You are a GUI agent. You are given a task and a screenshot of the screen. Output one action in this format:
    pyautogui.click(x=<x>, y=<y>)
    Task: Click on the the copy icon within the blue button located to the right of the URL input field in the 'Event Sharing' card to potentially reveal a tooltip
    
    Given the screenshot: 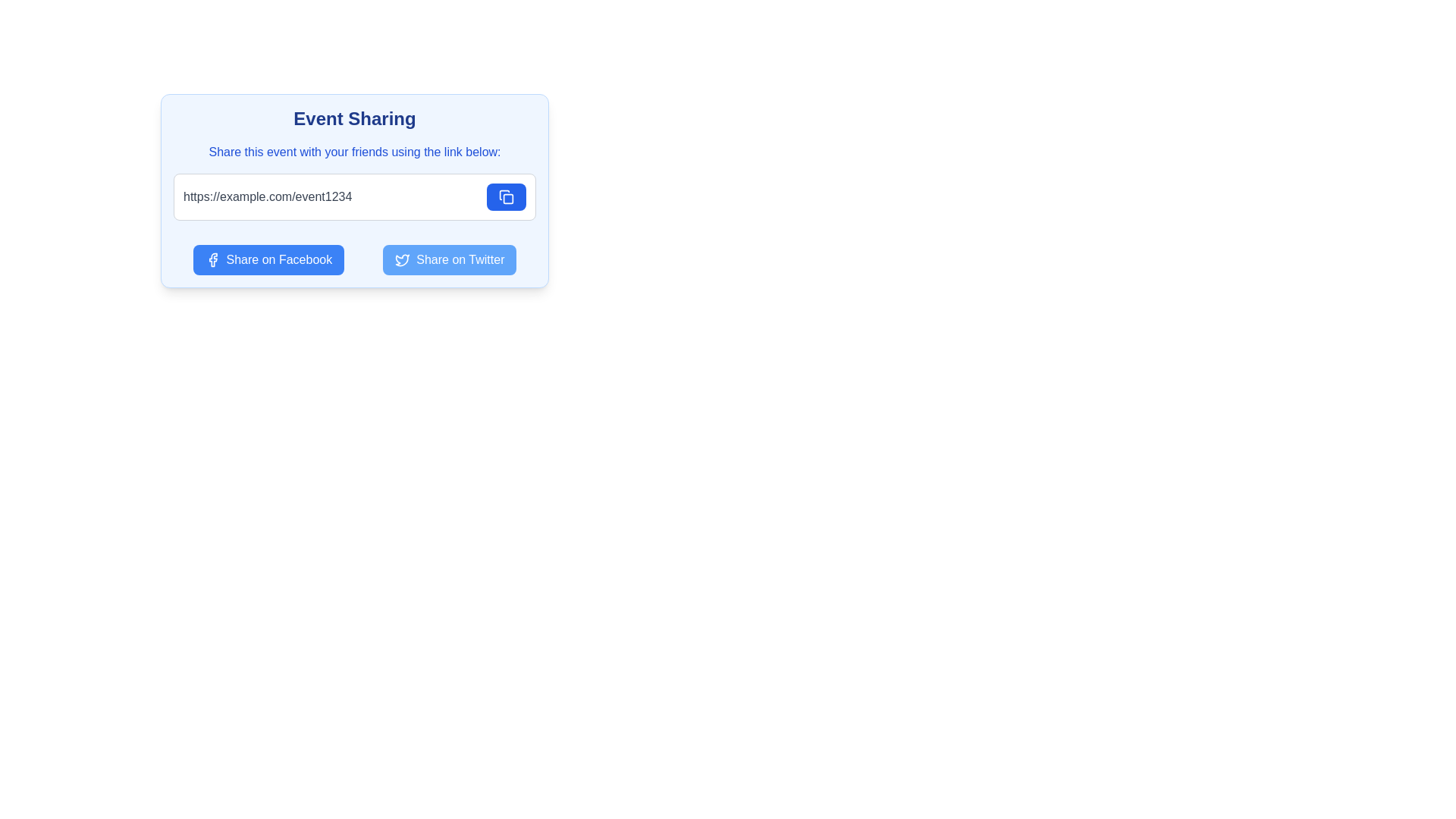 What is the action you would take?
    pyautogui.click(x=506, y=196)
    